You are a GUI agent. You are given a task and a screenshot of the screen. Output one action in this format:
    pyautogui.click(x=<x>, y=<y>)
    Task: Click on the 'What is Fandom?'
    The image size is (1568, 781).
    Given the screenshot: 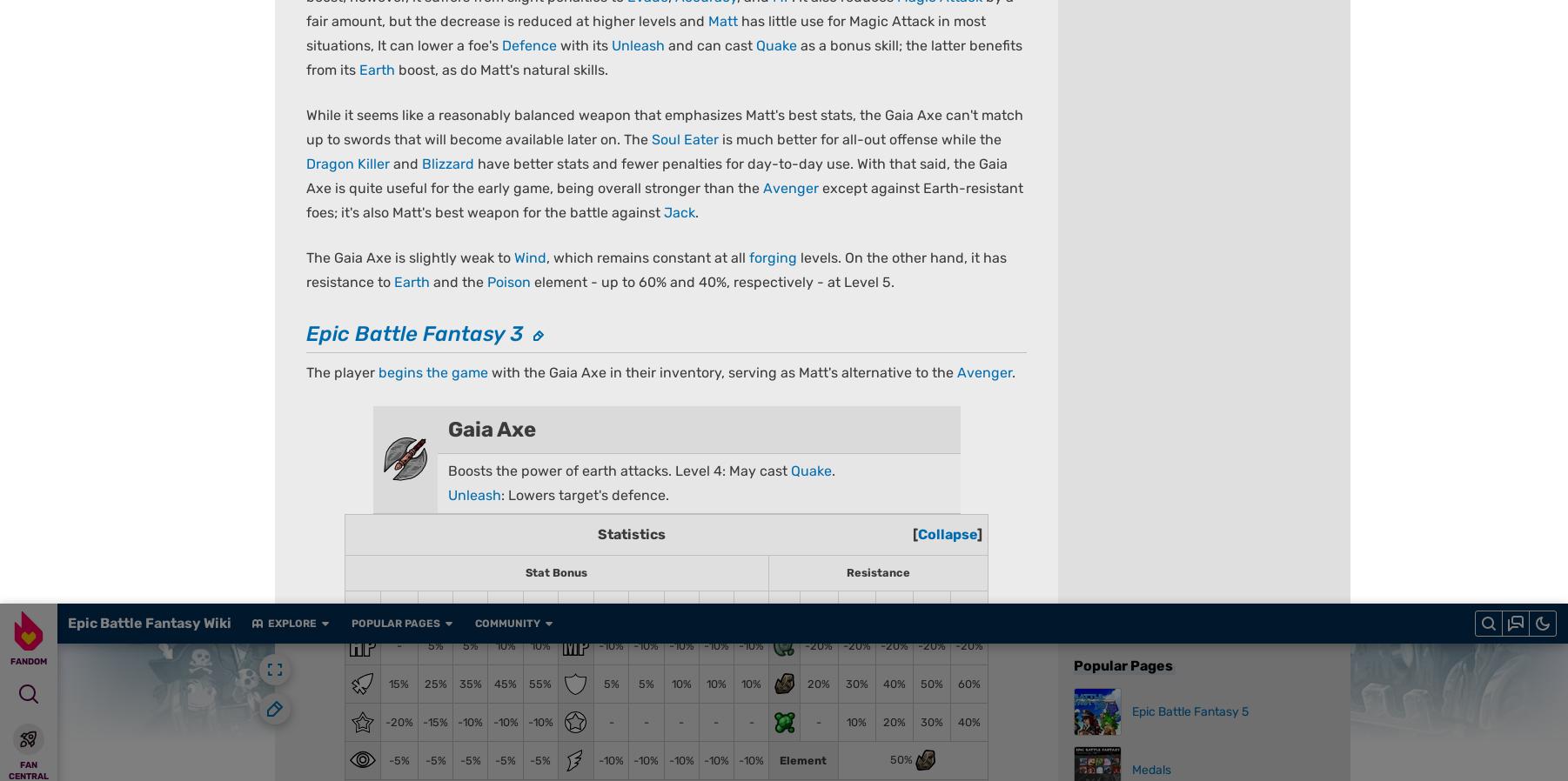 What is the action you would take?
    pyautogui.click(x=648, y=624)
    